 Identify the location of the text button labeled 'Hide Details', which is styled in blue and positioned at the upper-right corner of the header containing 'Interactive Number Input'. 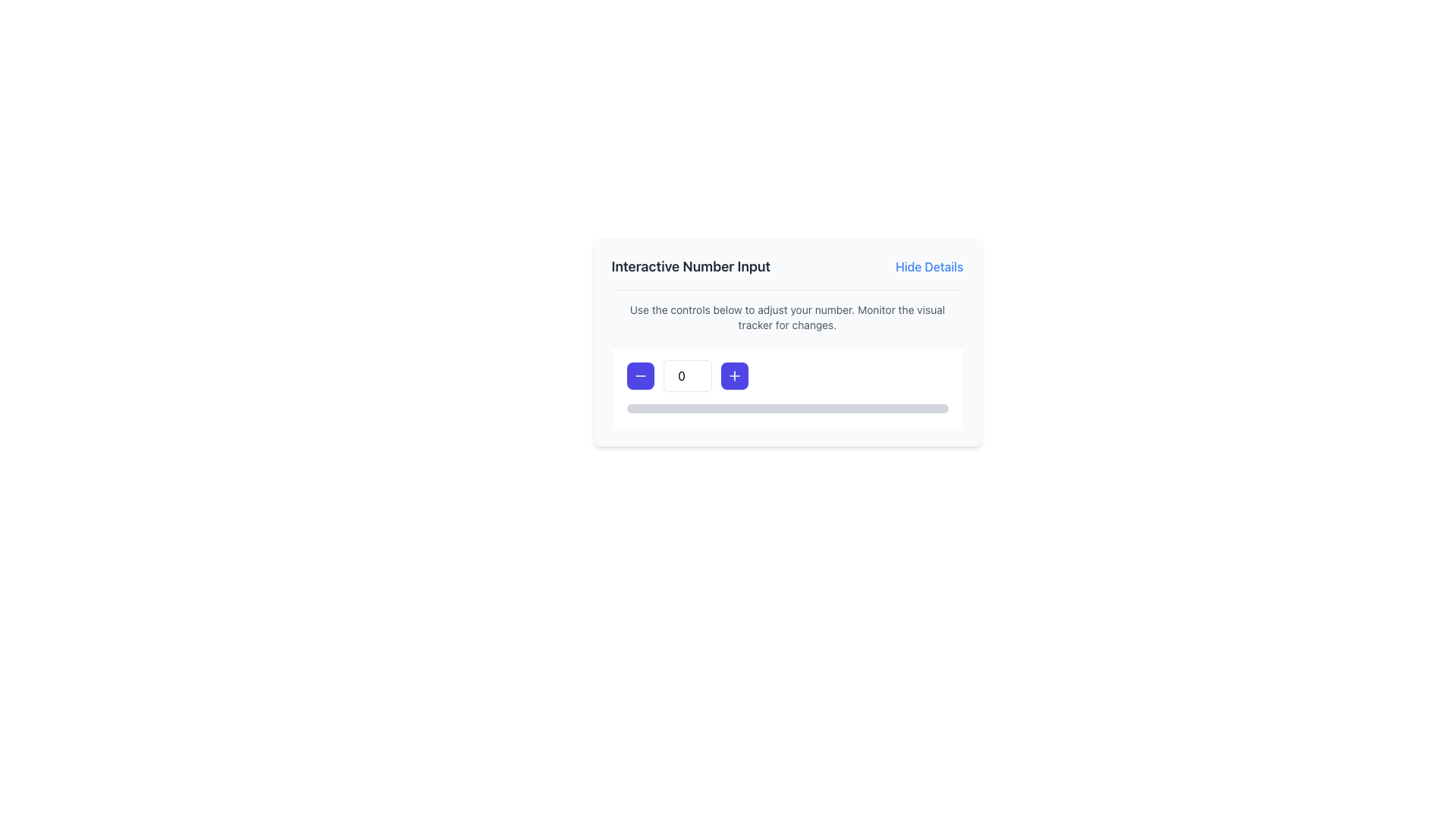
(928, 265).